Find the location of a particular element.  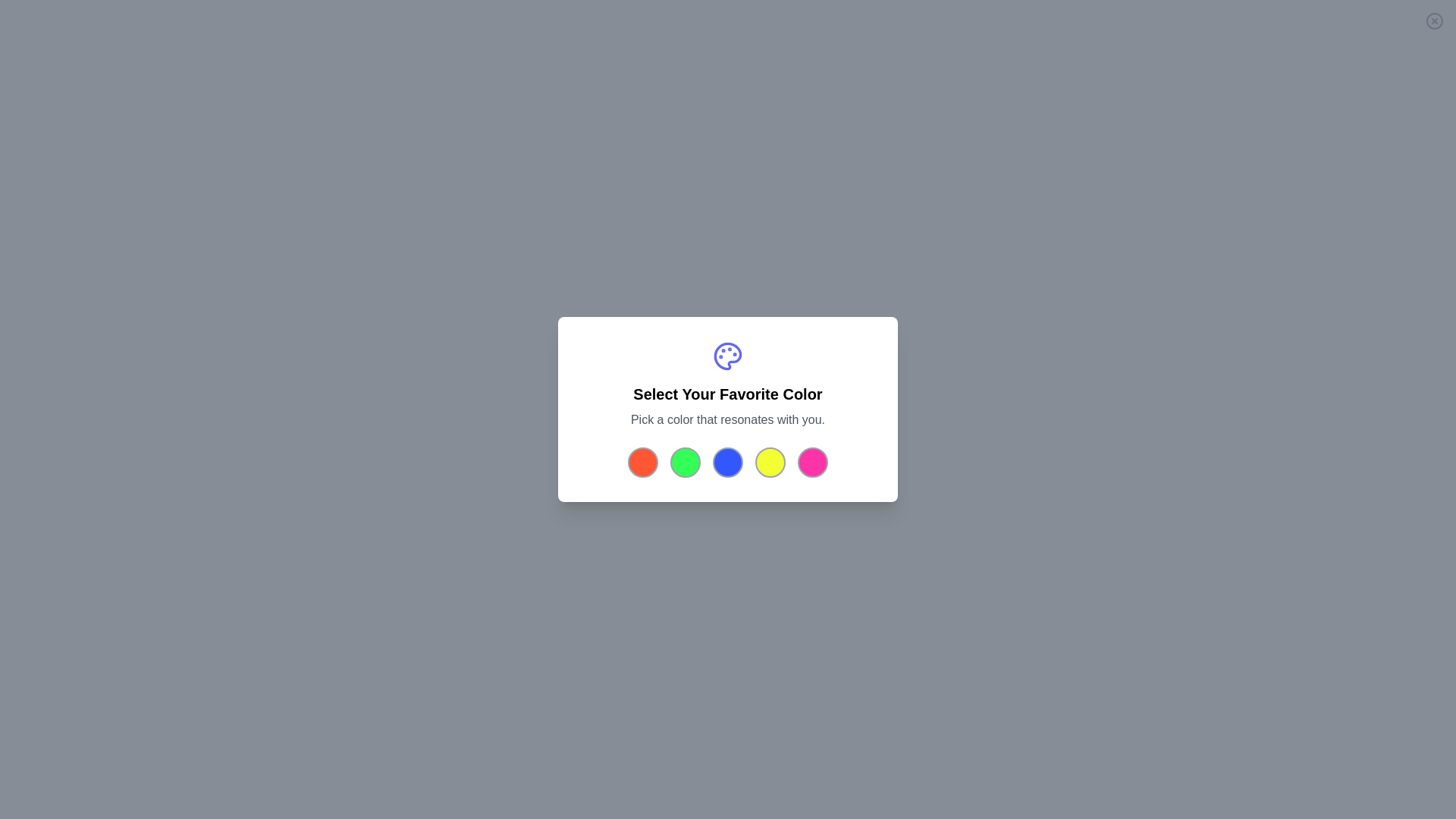

the color button corresponding to blue is located at coordinates (728, 461).